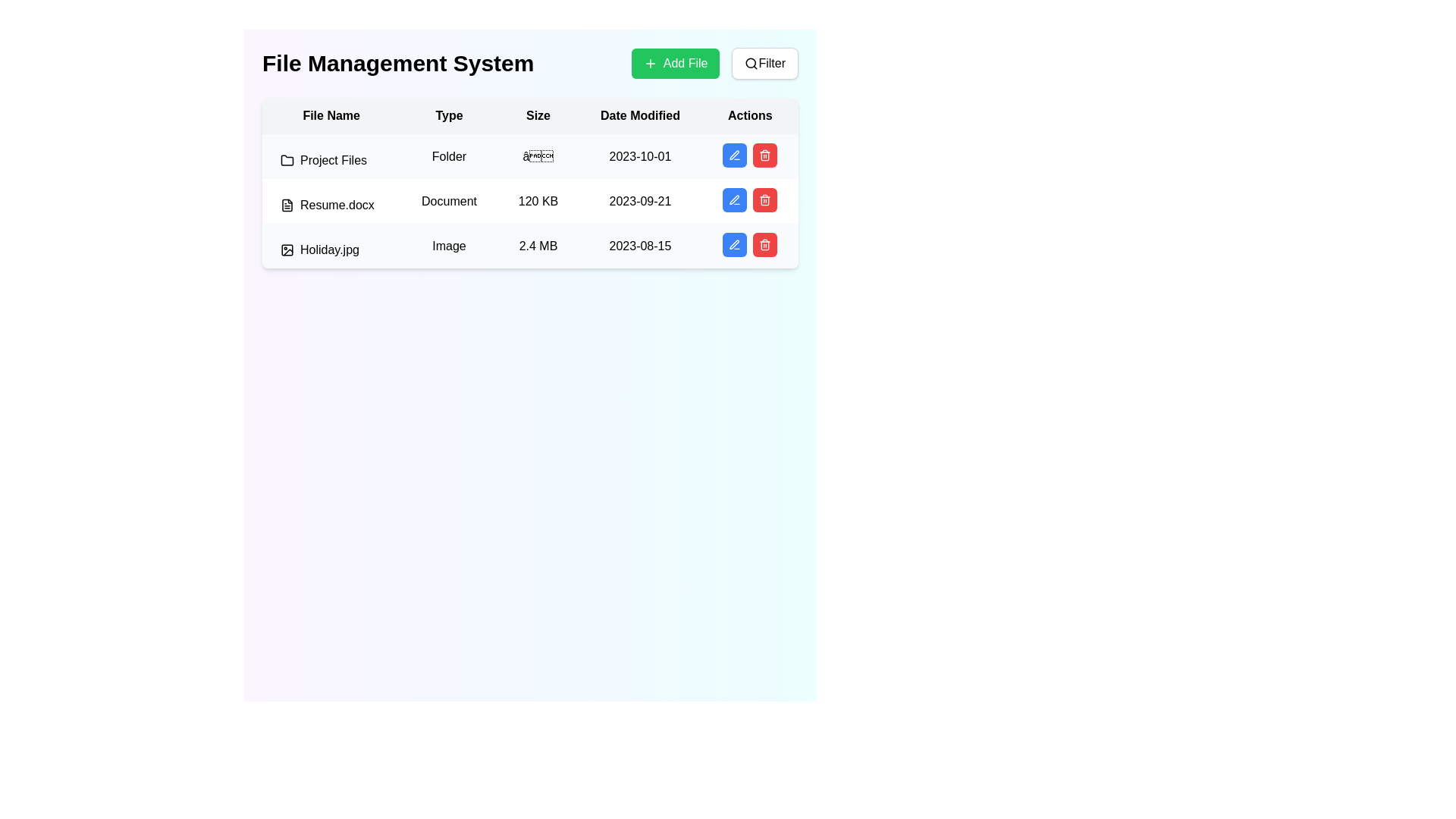 The height and width of the screenshot is (819, 1456). What do you see at coordinates (735, 244) in the screenshot?
I see `the editing icon in the 'Actions' column of the first row of the table corresponding to 'Project Files' to initiate editing` at bounding box center [735, 244].